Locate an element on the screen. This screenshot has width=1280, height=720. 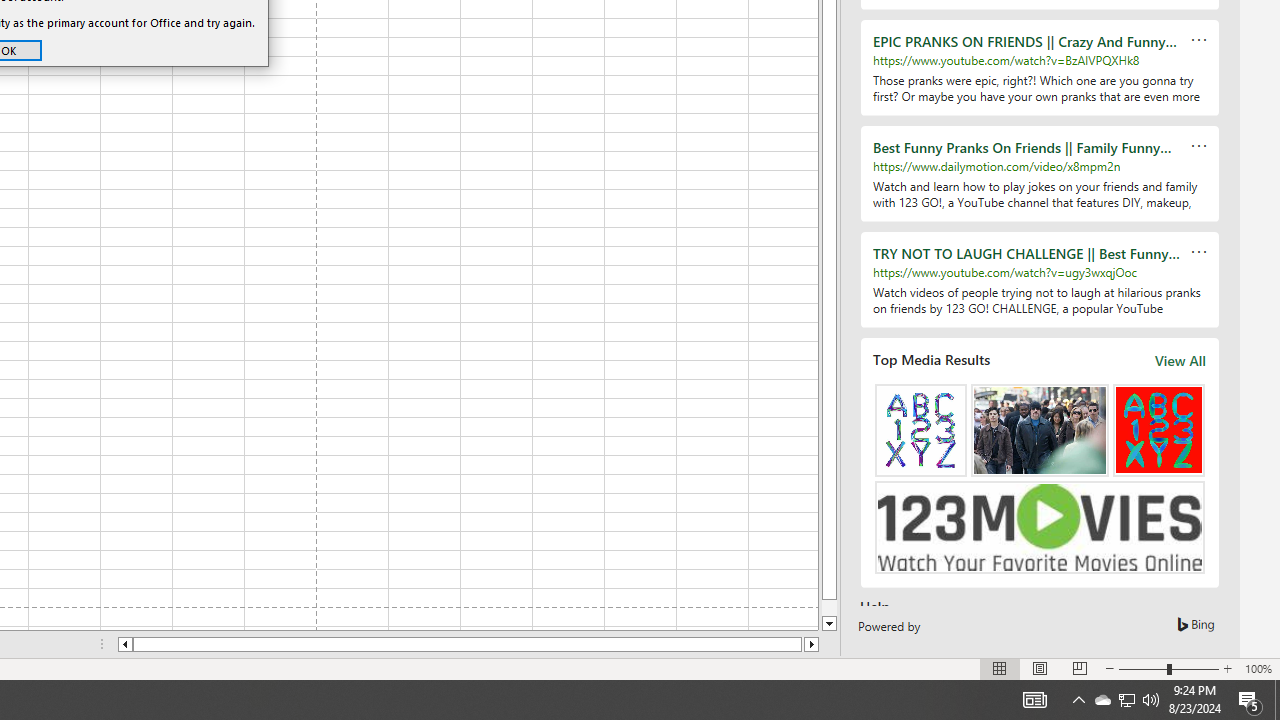
'Action Center, 5 new notifications' is located at coordinates (1250, 698).